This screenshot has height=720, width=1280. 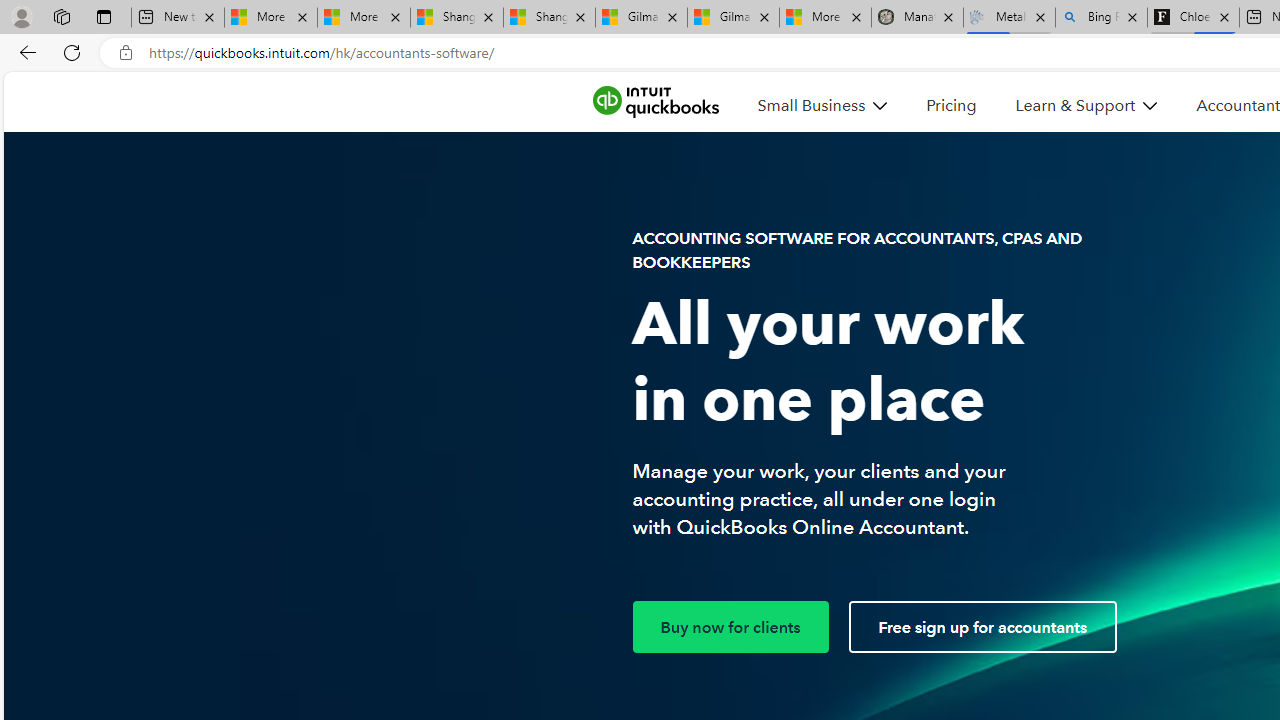 What do you see at coordinates (1150, 106) in the screenshot?
I see `'Class: MenuItem_dDown__f585abf6 MenuItem_white__f585abf6'` at bounding box center [1150, 106].